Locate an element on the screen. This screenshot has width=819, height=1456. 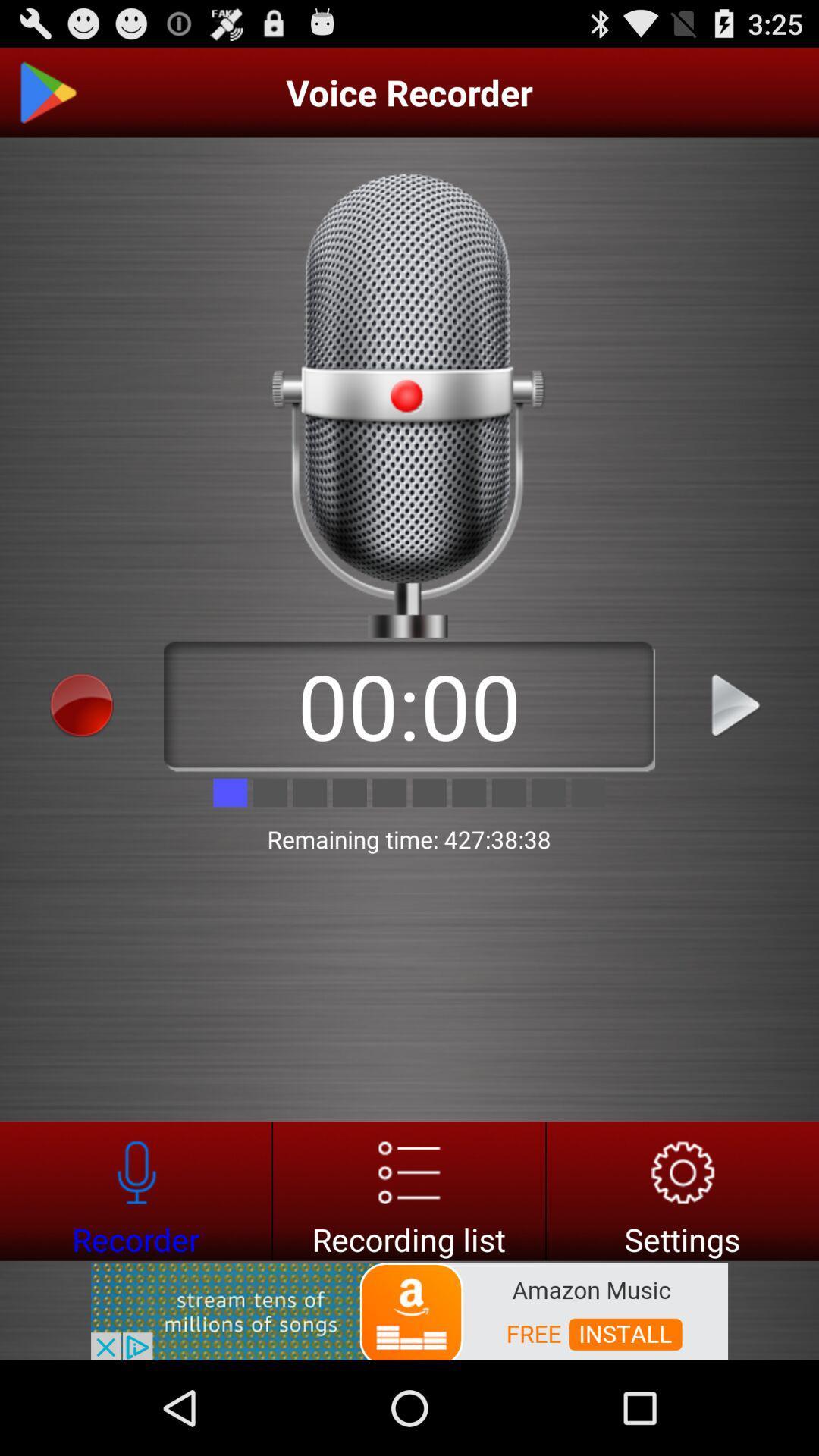
voice increase button is located at coordinates (736, 704).